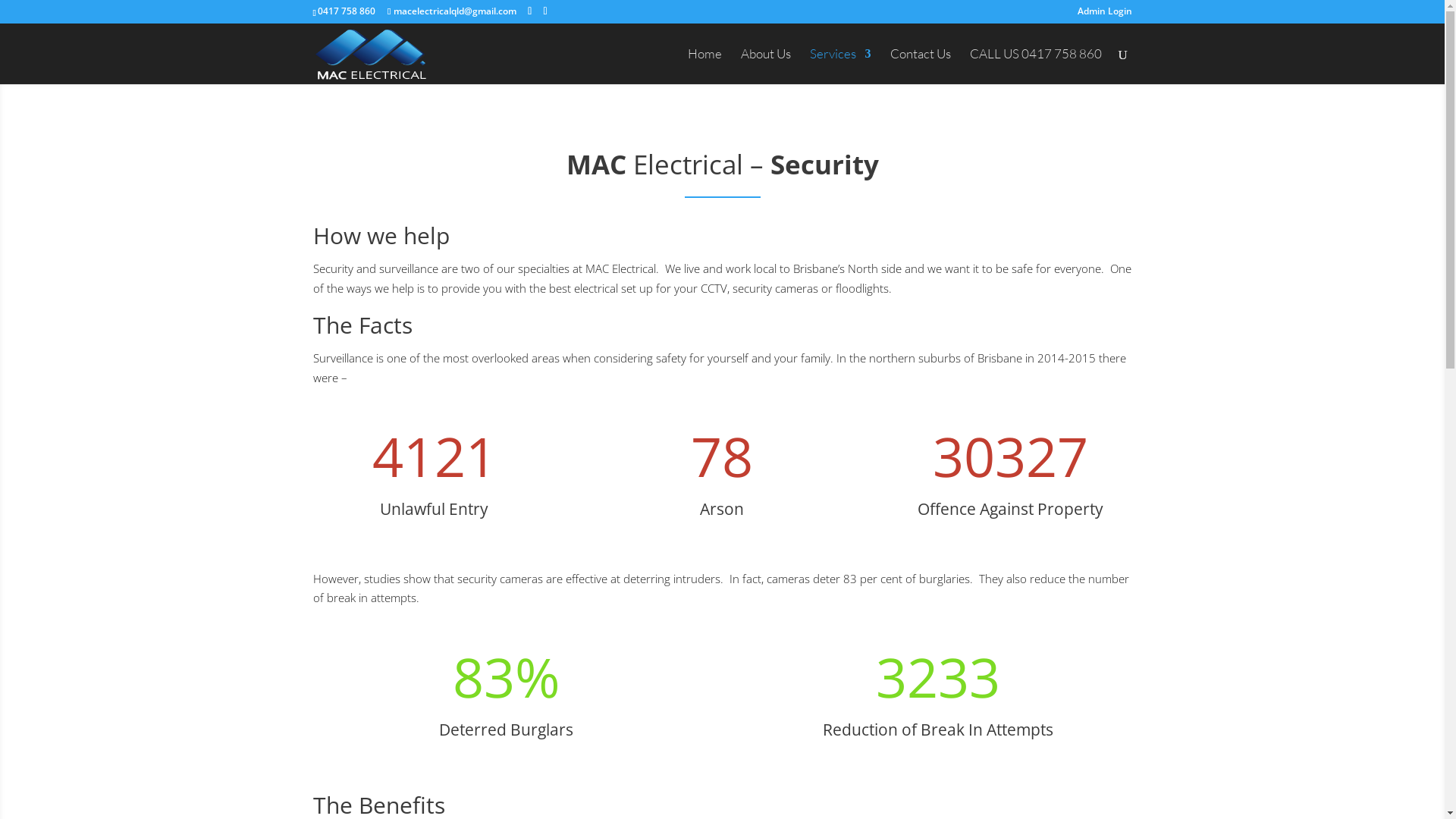 The height and width of the screenshot is (819, 1456). What do you see at coordinates (345, 11) in the screenshot?
I see `'0417 758 860'` at bounding box center [345, 11].